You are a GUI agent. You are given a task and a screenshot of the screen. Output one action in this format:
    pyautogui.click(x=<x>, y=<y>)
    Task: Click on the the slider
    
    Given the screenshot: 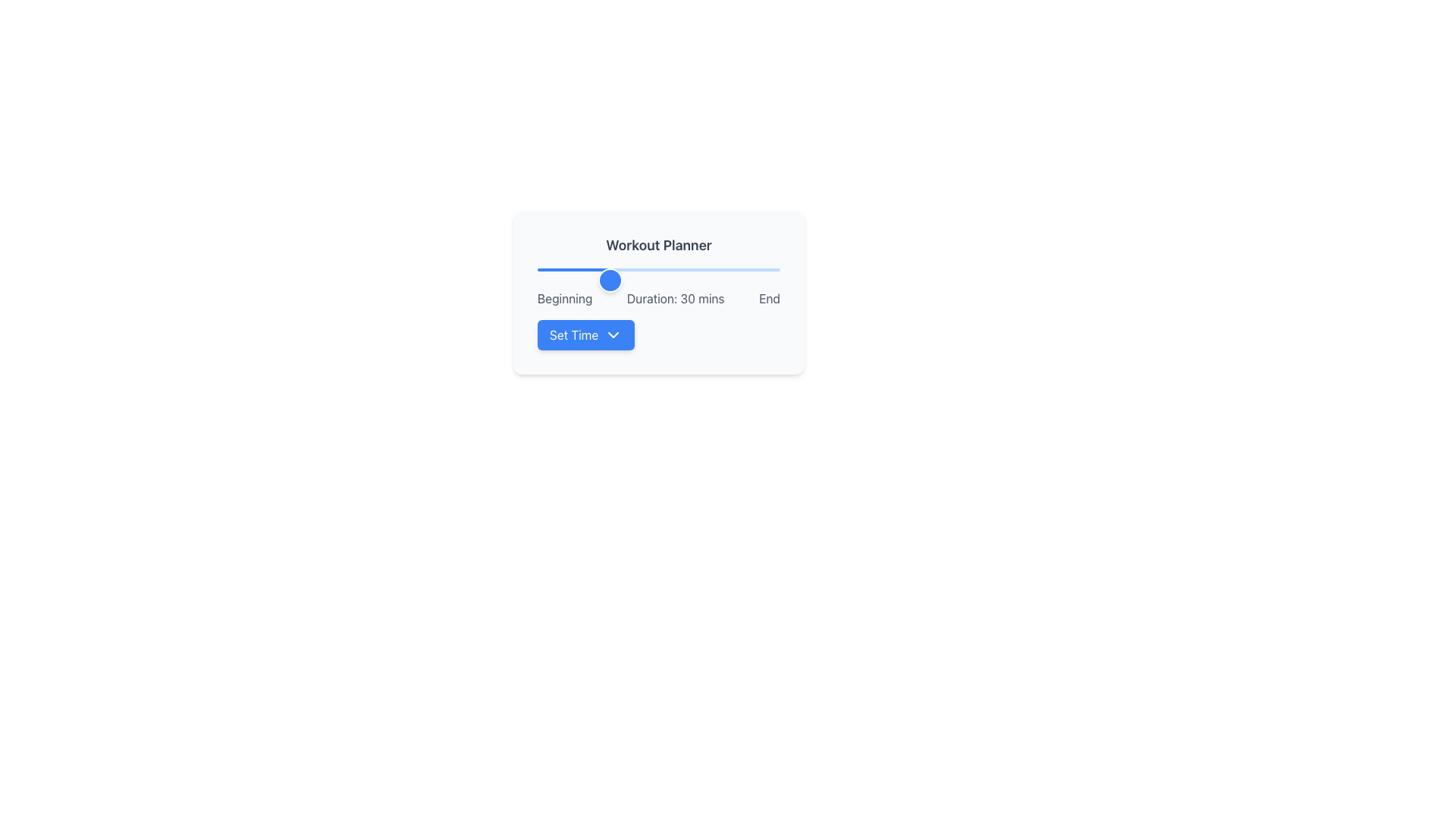 What is the action you would take?
    pyautogui.click(x=677, y=268)
    